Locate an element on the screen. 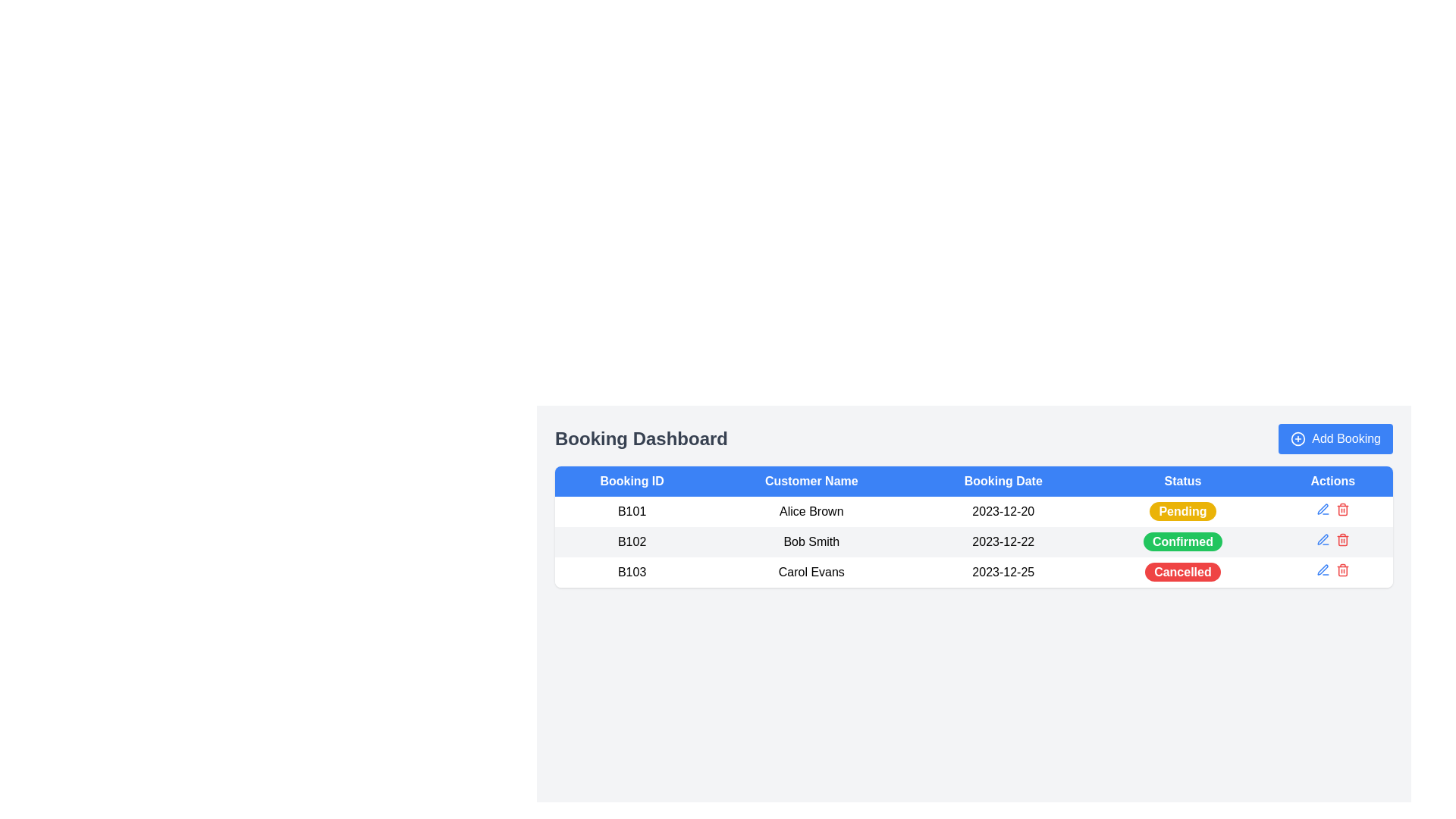 The image size is (1456, 819). the trash icon button in the 'Actions' column corresponding to the 'Pending' status to observe style changes is located at coordinates (1342, 509).